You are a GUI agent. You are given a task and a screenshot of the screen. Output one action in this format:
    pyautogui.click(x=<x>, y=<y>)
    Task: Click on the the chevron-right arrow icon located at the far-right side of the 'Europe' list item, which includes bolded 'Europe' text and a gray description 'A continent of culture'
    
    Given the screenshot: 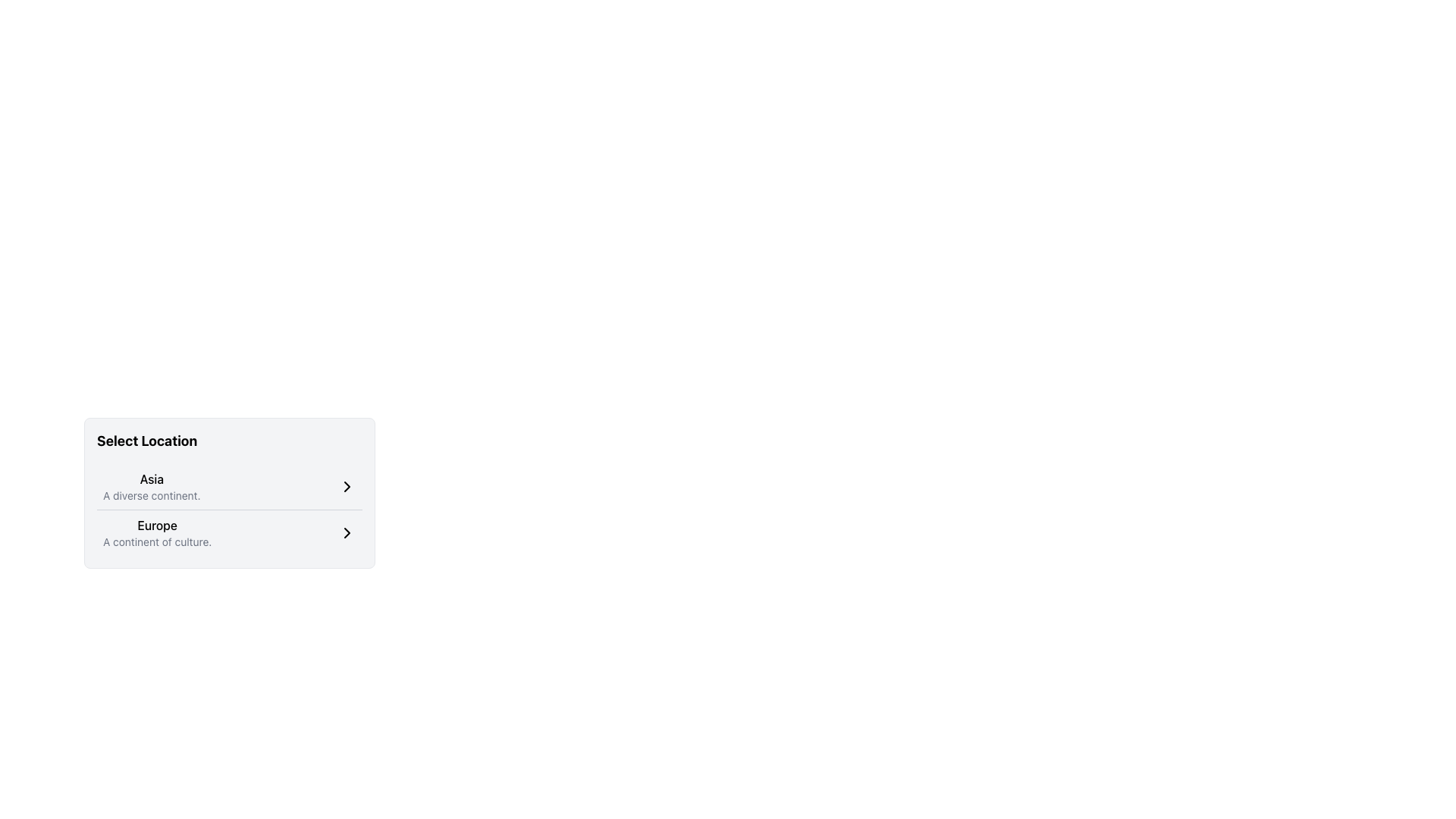 What is the action you would take?
    pyautogui.click(x=346, y=532)
    